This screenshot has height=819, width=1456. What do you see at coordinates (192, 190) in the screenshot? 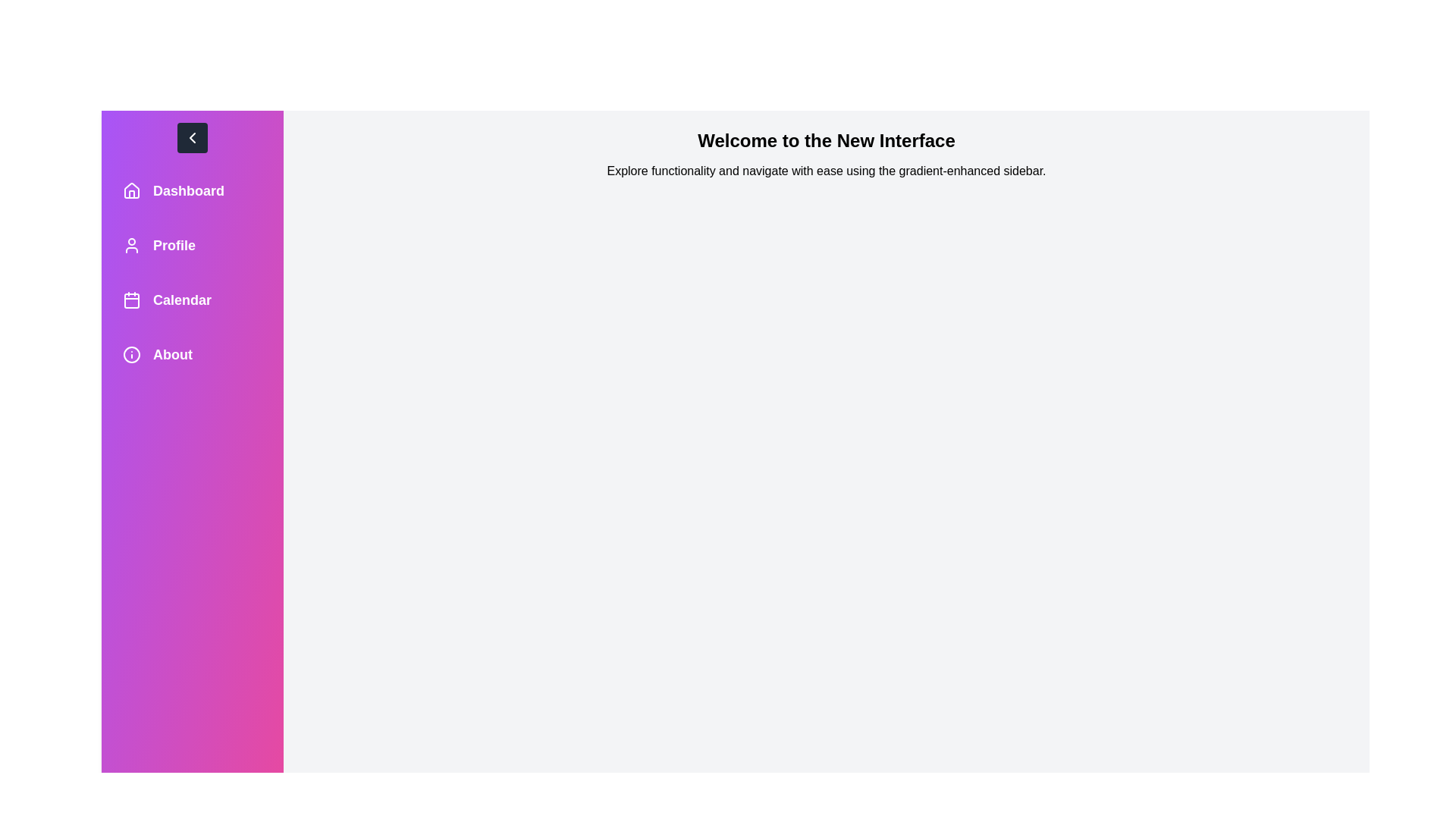
I see `the menu item labeled Dashboard to navigate to the corresponding section` at bounding box center [192, 190].